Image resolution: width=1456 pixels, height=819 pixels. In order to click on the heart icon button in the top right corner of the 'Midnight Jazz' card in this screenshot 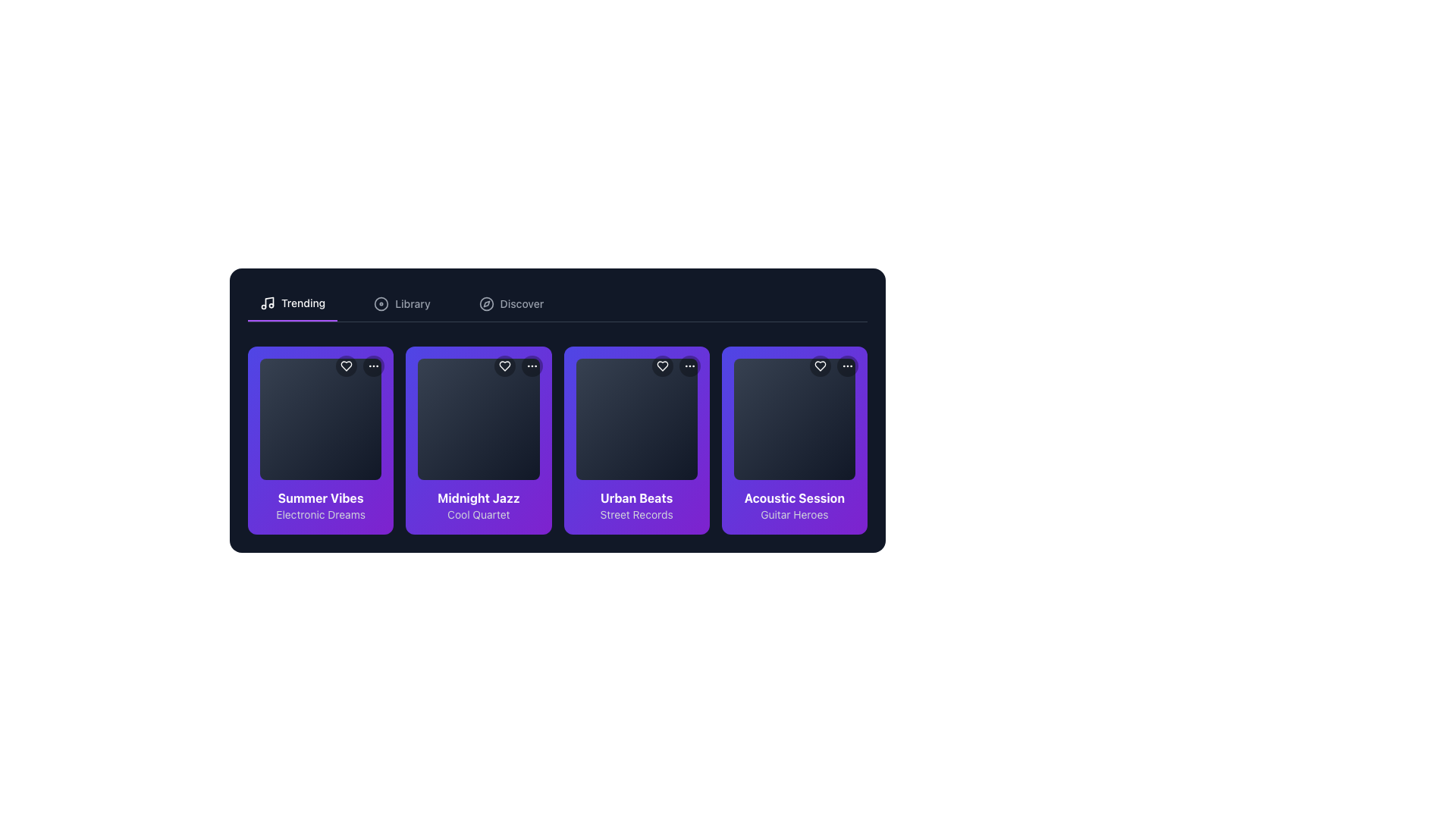, I will do `click(504, 366)`.